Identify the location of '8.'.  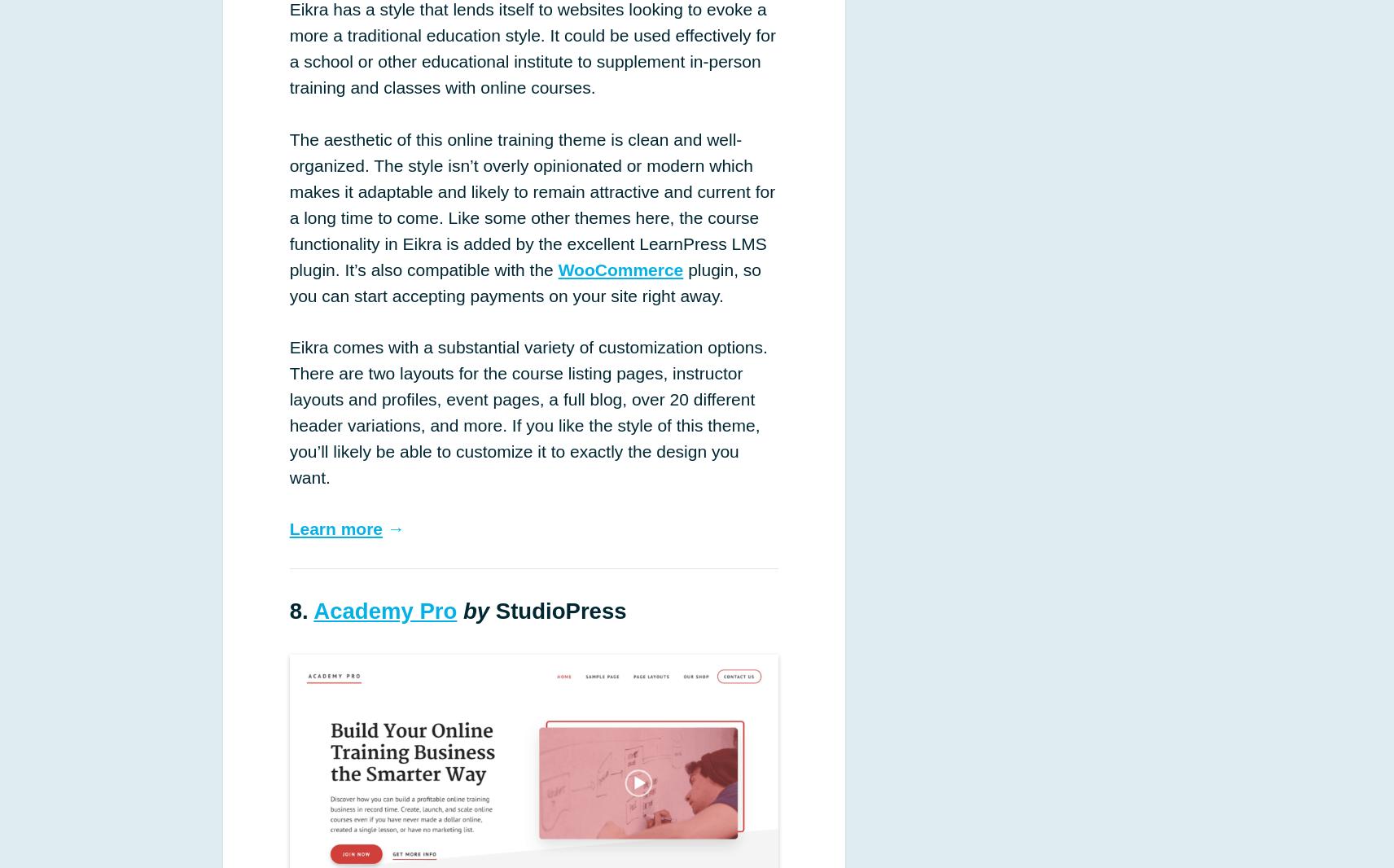
(300, 610).